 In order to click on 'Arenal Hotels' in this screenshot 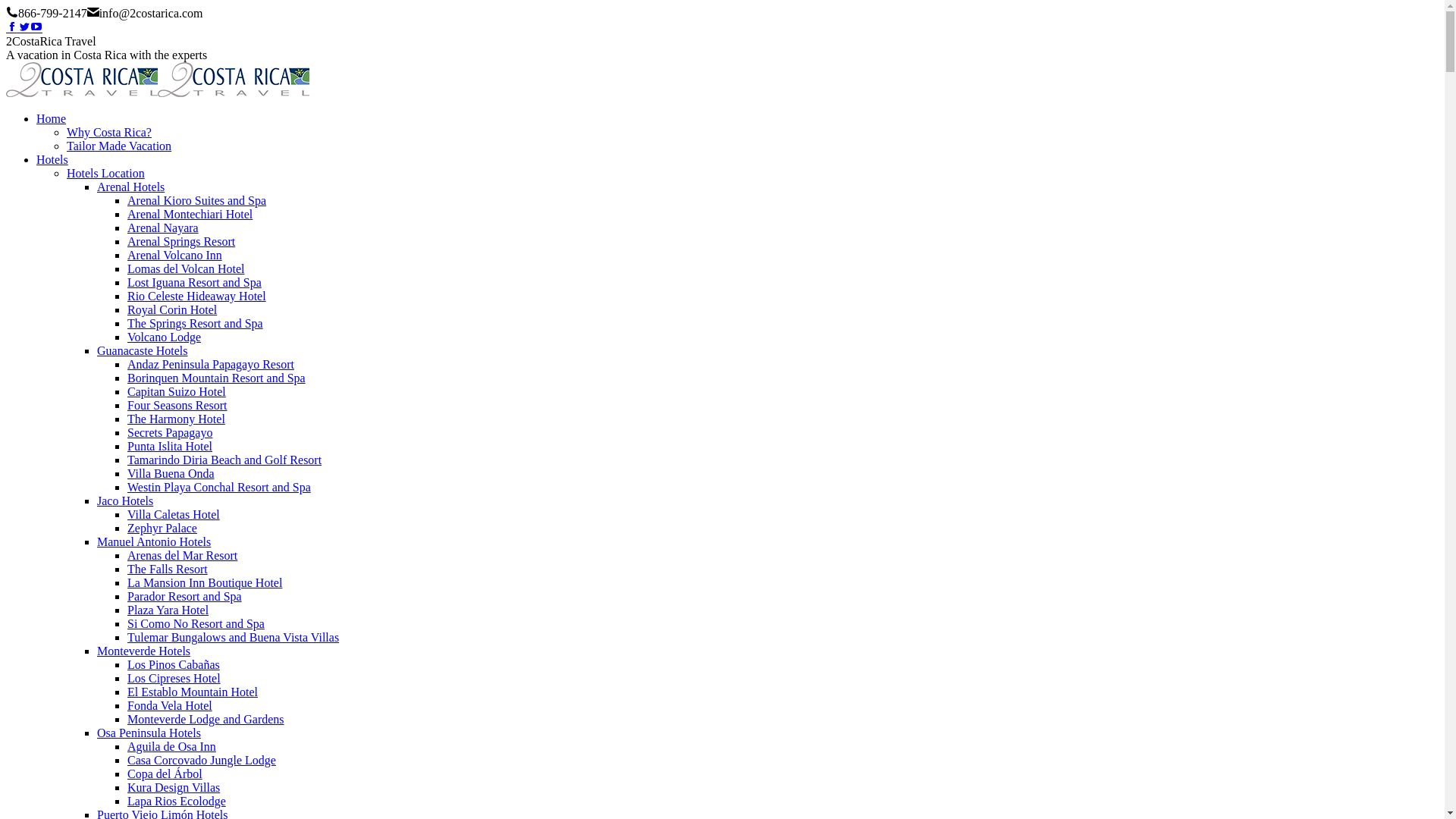, I will do `click(130, 186)`.